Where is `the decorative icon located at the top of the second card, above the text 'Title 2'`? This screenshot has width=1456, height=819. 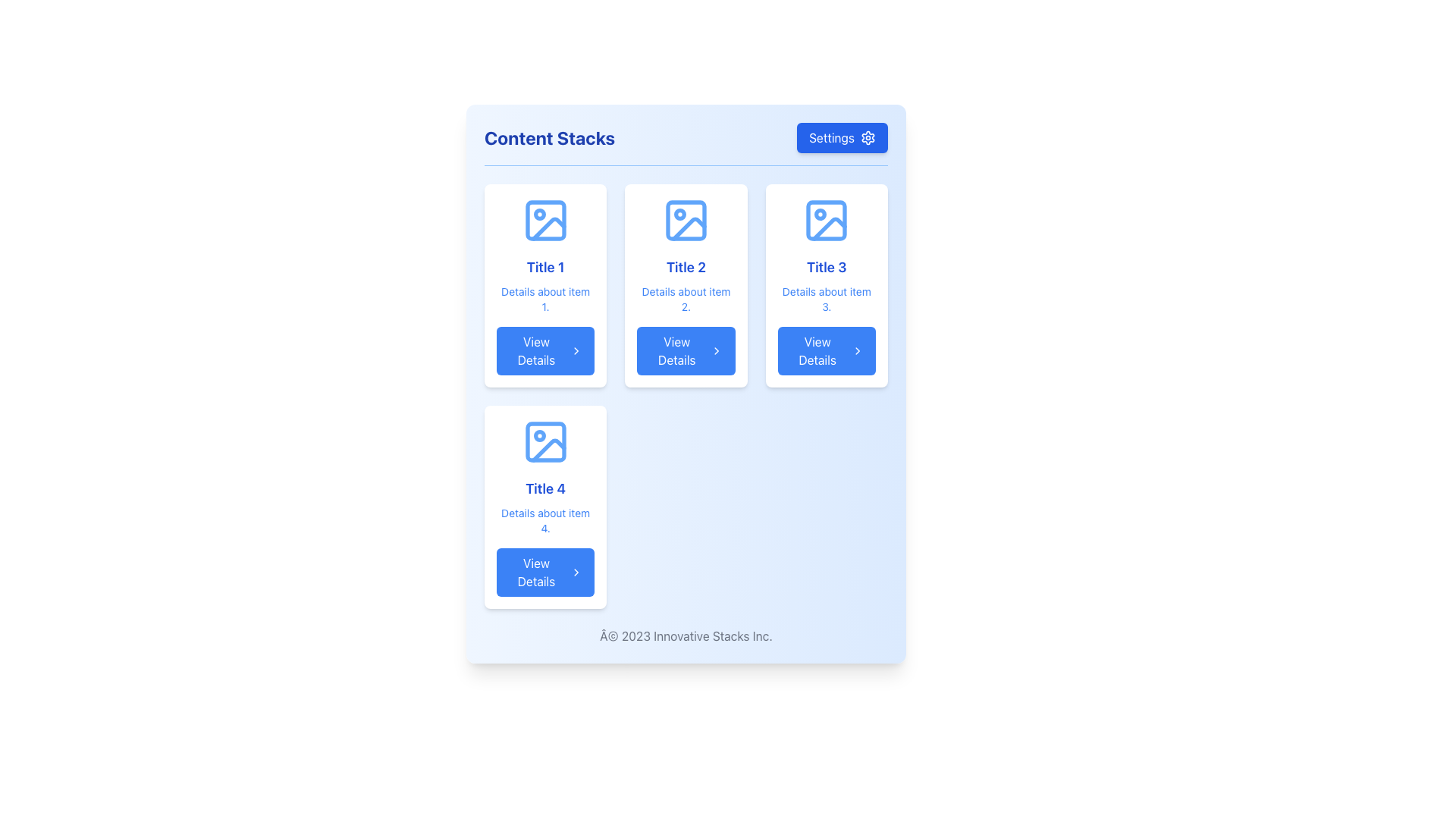
the decorative icon located at the top of the second card, above the text 'Title 2' is located at coordinates (685, 220).